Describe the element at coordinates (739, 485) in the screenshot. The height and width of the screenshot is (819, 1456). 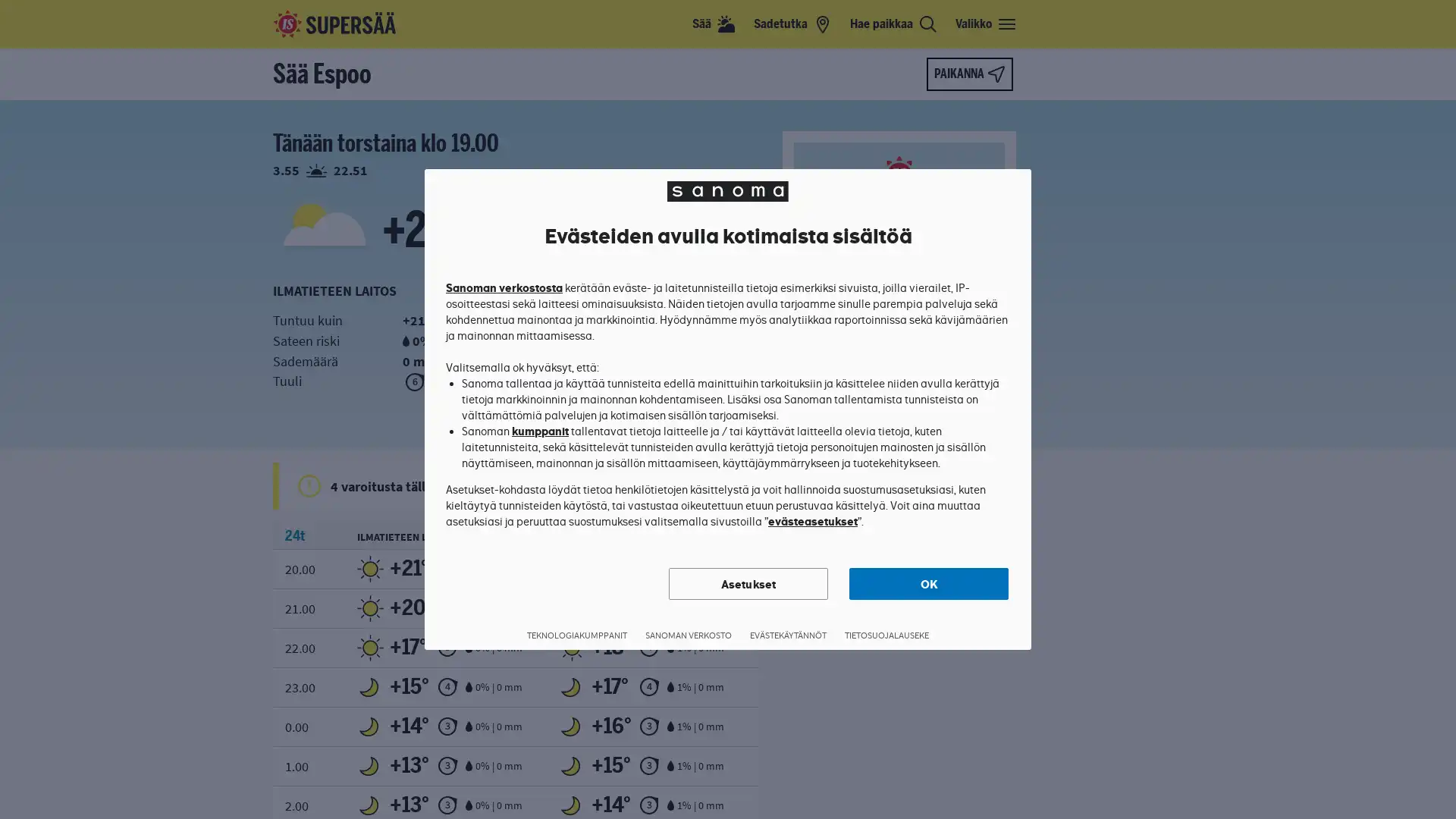
I see `Nayta kaikki varoitukset` at that location.